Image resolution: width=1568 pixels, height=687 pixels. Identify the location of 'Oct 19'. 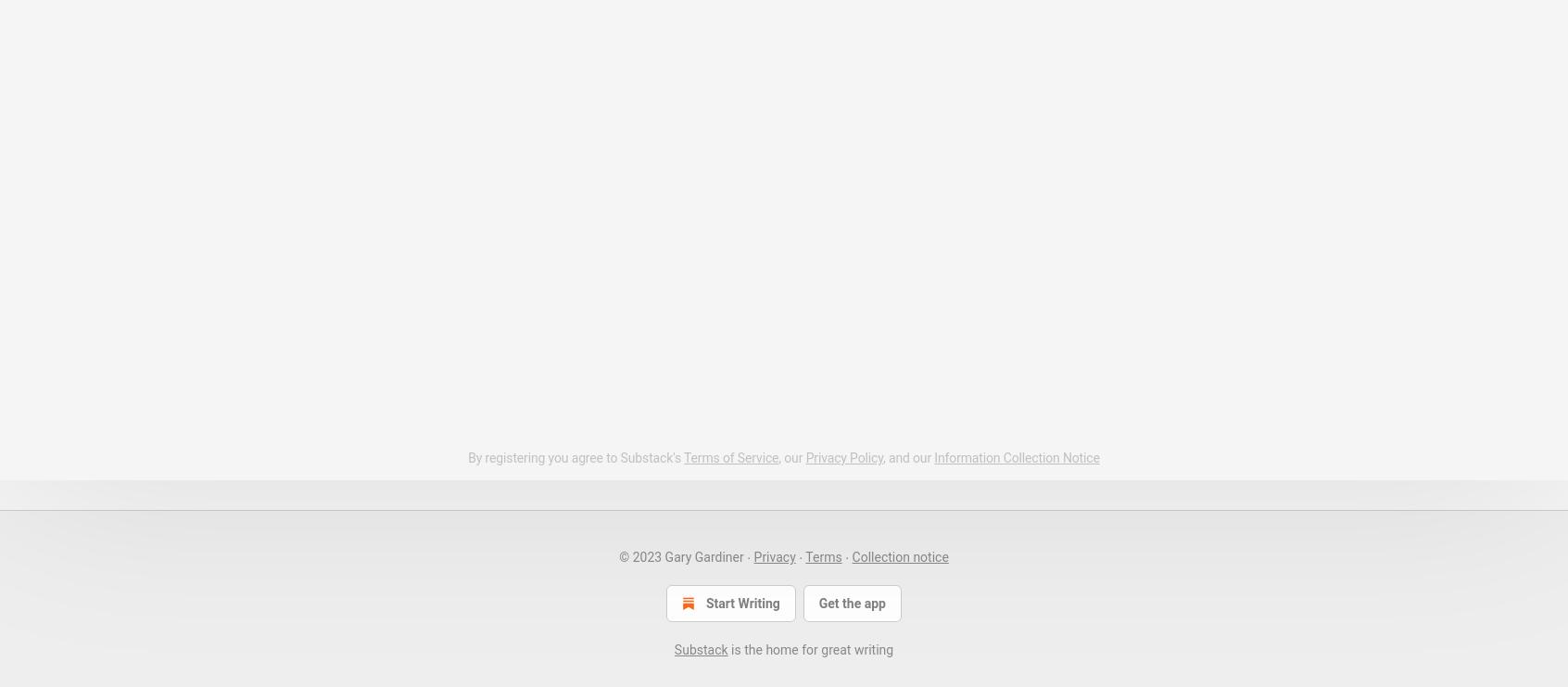
(519, 97).